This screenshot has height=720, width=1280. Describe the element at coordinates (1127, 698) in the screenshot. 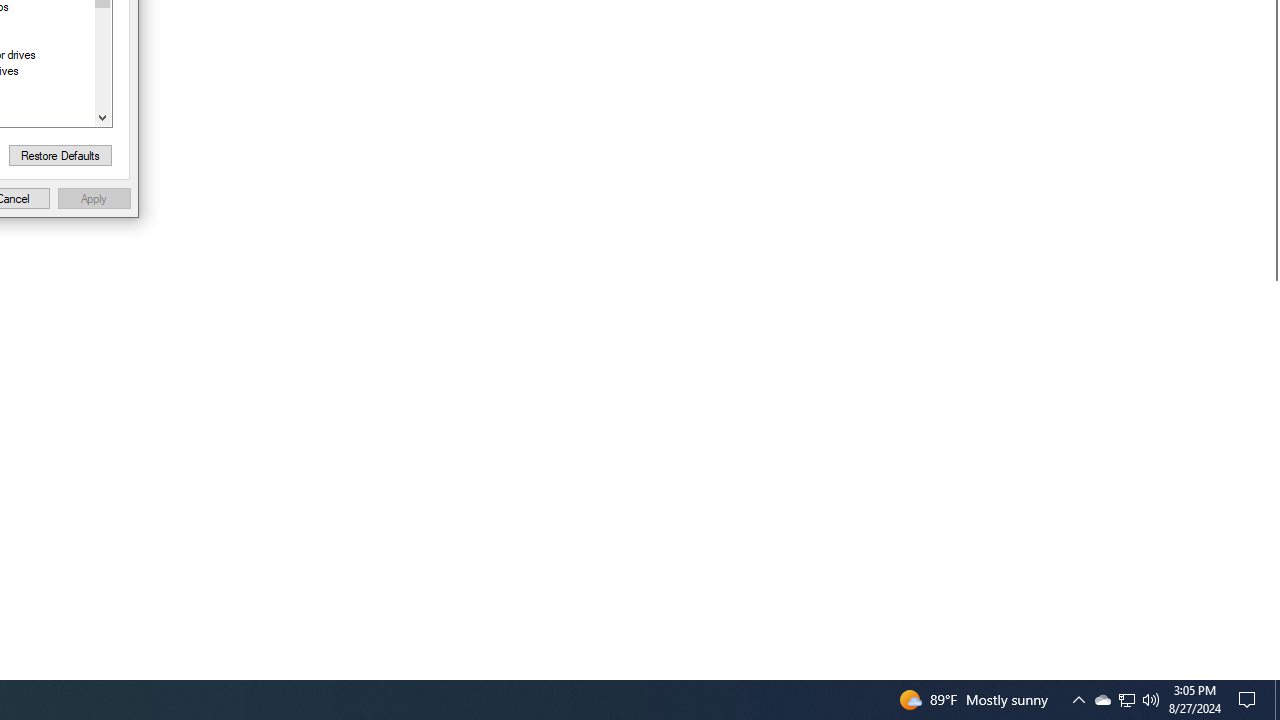

I see `'User Promoted Notification Area'` at that location.